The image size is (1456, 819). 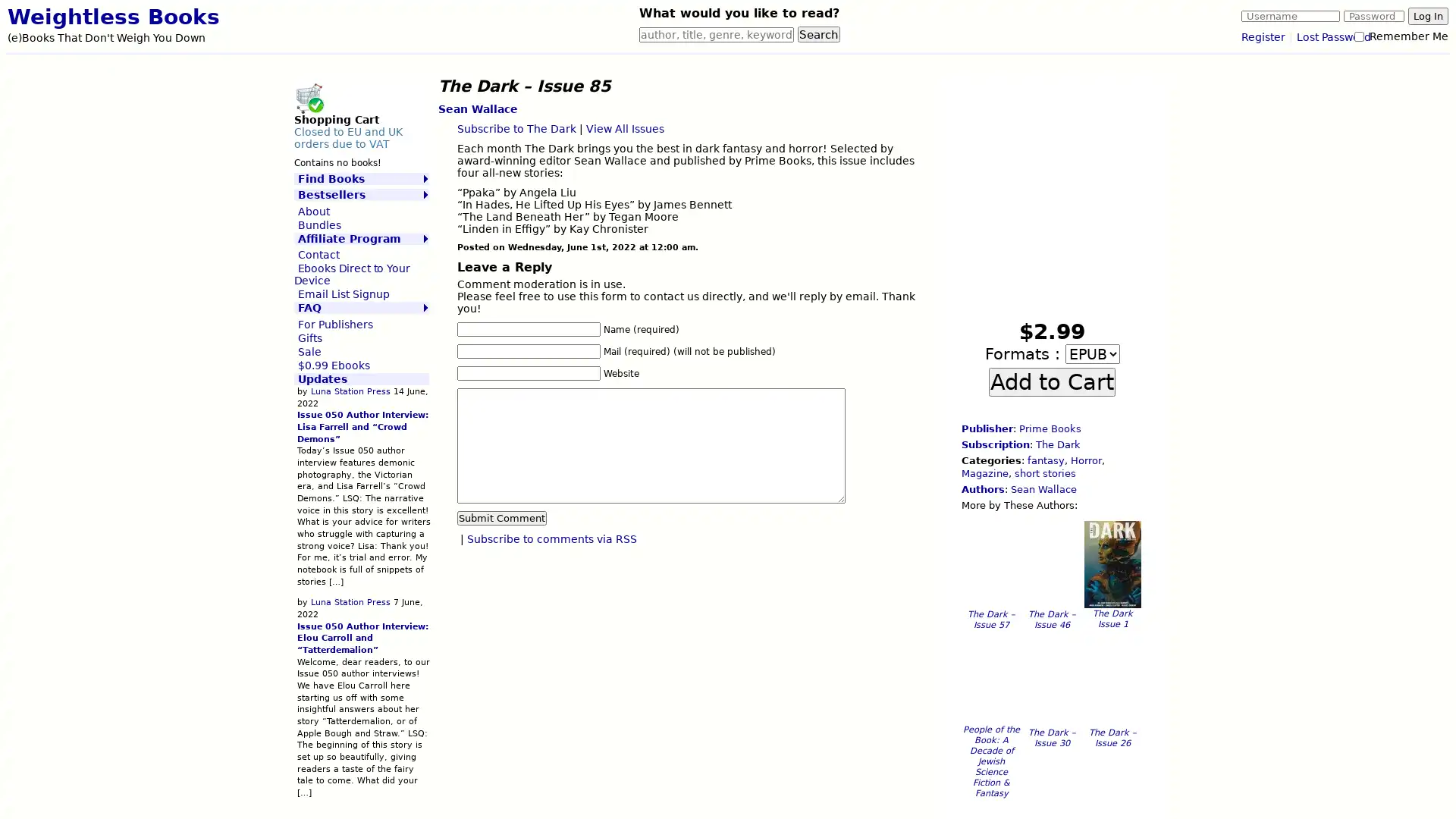 I want to click on Submit Comment, so click(x=501, y=516).